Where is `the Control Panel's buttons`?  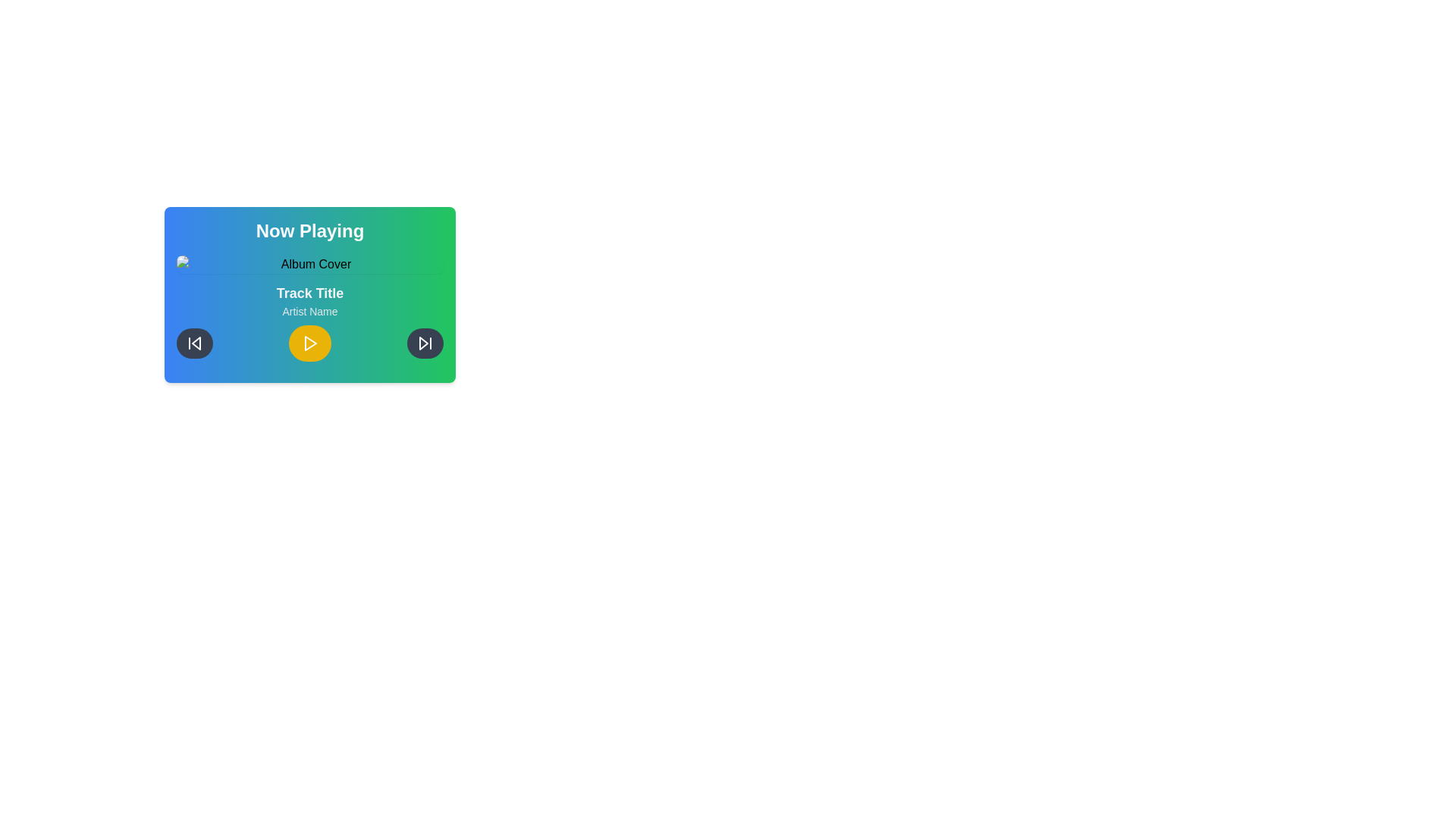 the Control Panel's buttons is located at coordinates (309, 343).